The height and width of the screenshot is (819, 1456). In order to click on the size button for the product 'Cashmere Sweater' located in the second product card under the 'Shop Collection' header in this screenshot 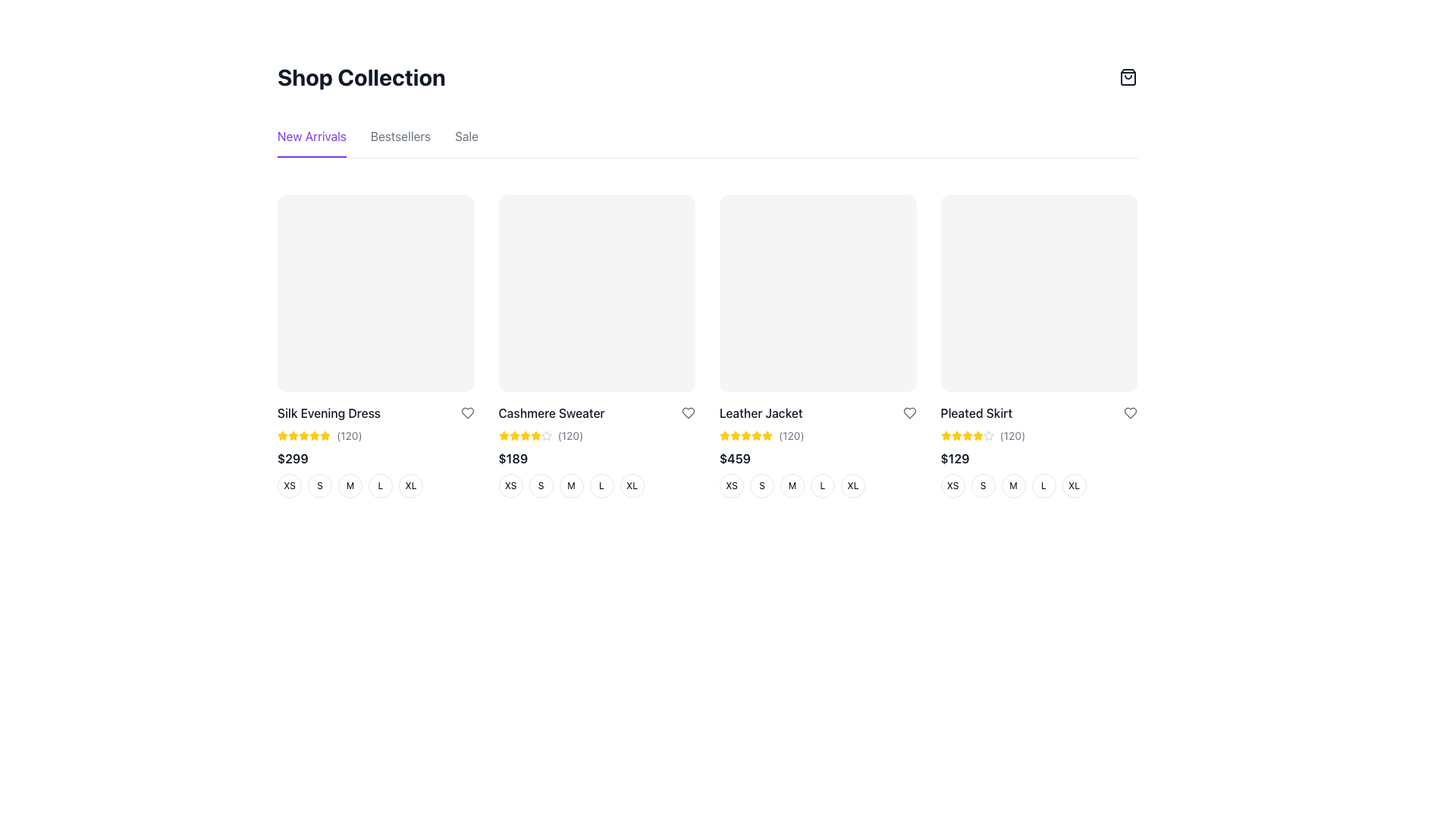, I will do `click(596, 450)`.